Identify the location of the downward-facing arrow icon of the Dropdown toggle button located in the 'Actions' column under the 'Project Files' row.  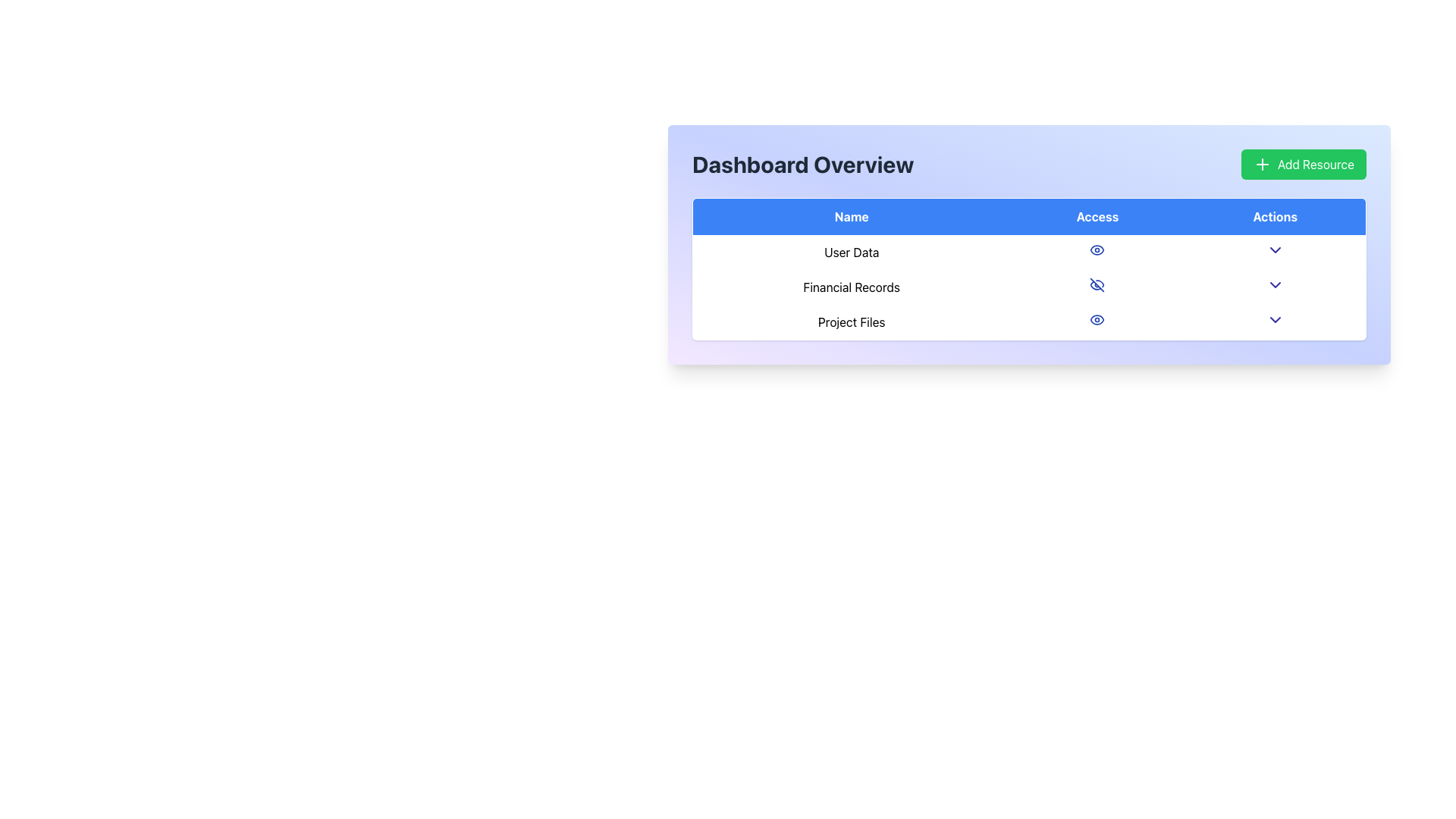
(1274, 322).